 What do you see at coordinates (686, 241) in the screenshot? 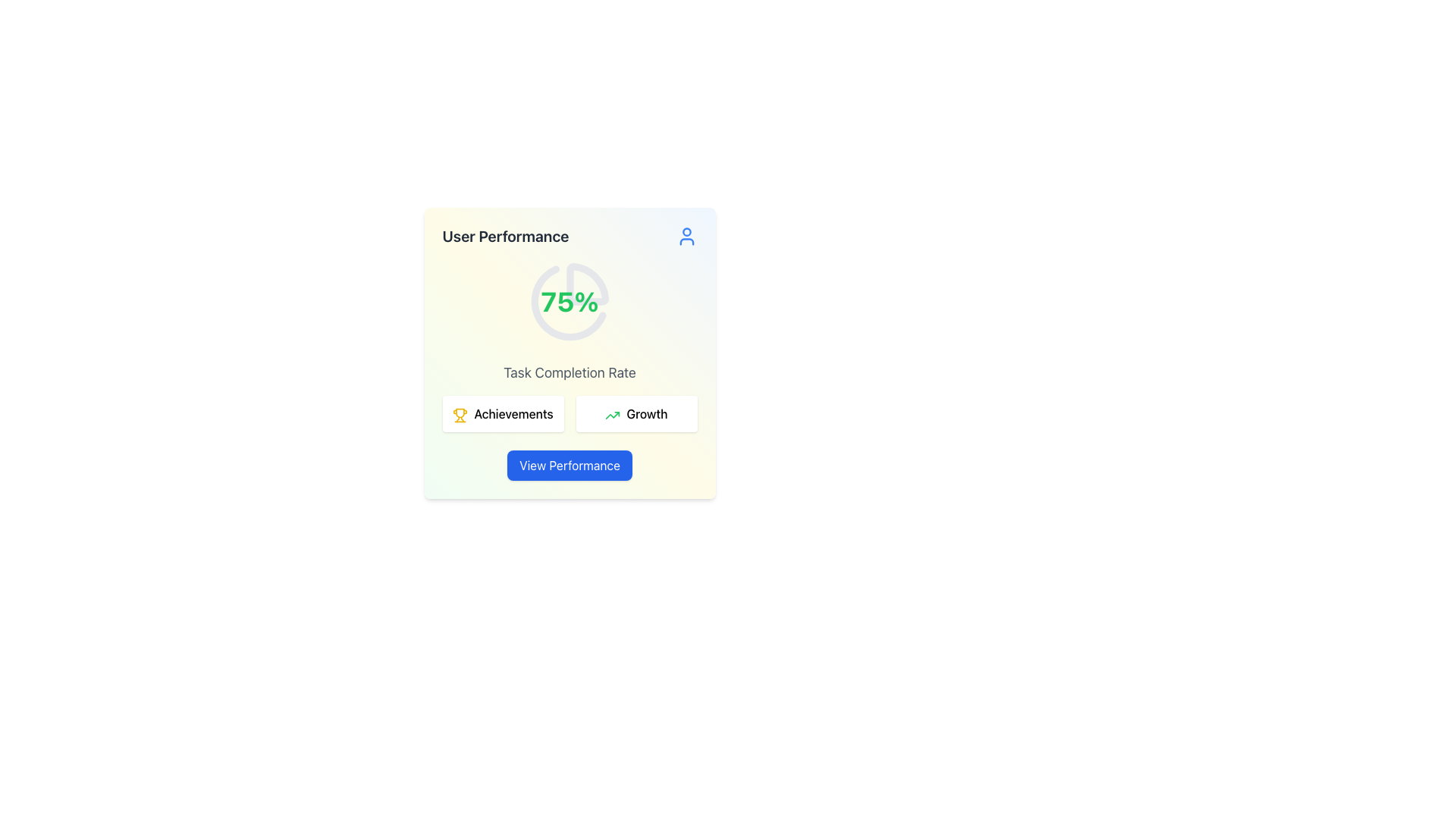
I see `the lower portion of the user profile icon located in the right-top corner of the panel displaying user performance metrics` at bounding box center [686, 241].